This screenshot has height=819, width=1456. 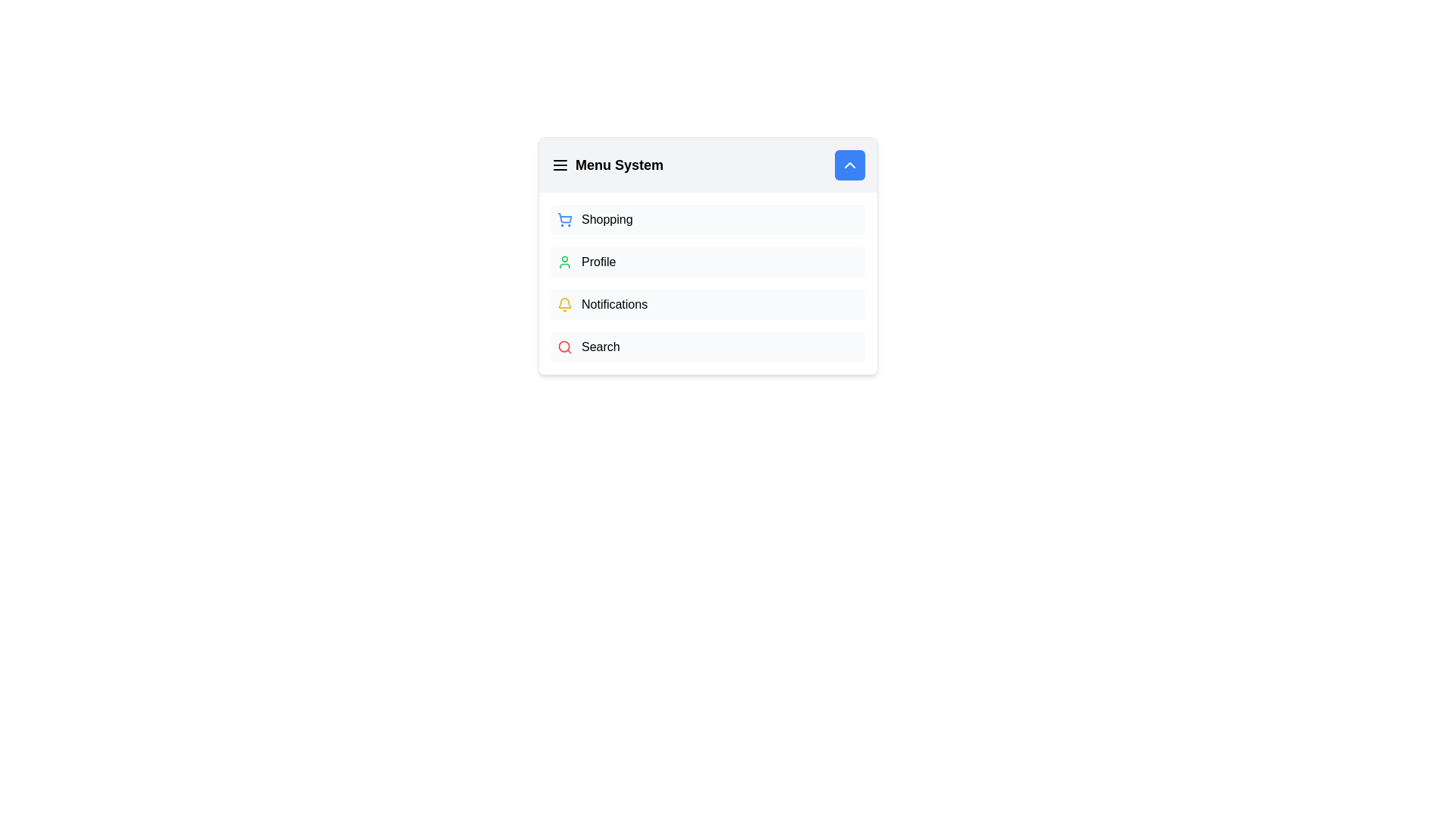 I want to click on the 'Notifications' text label in the menu, so click(x=614, y=304).